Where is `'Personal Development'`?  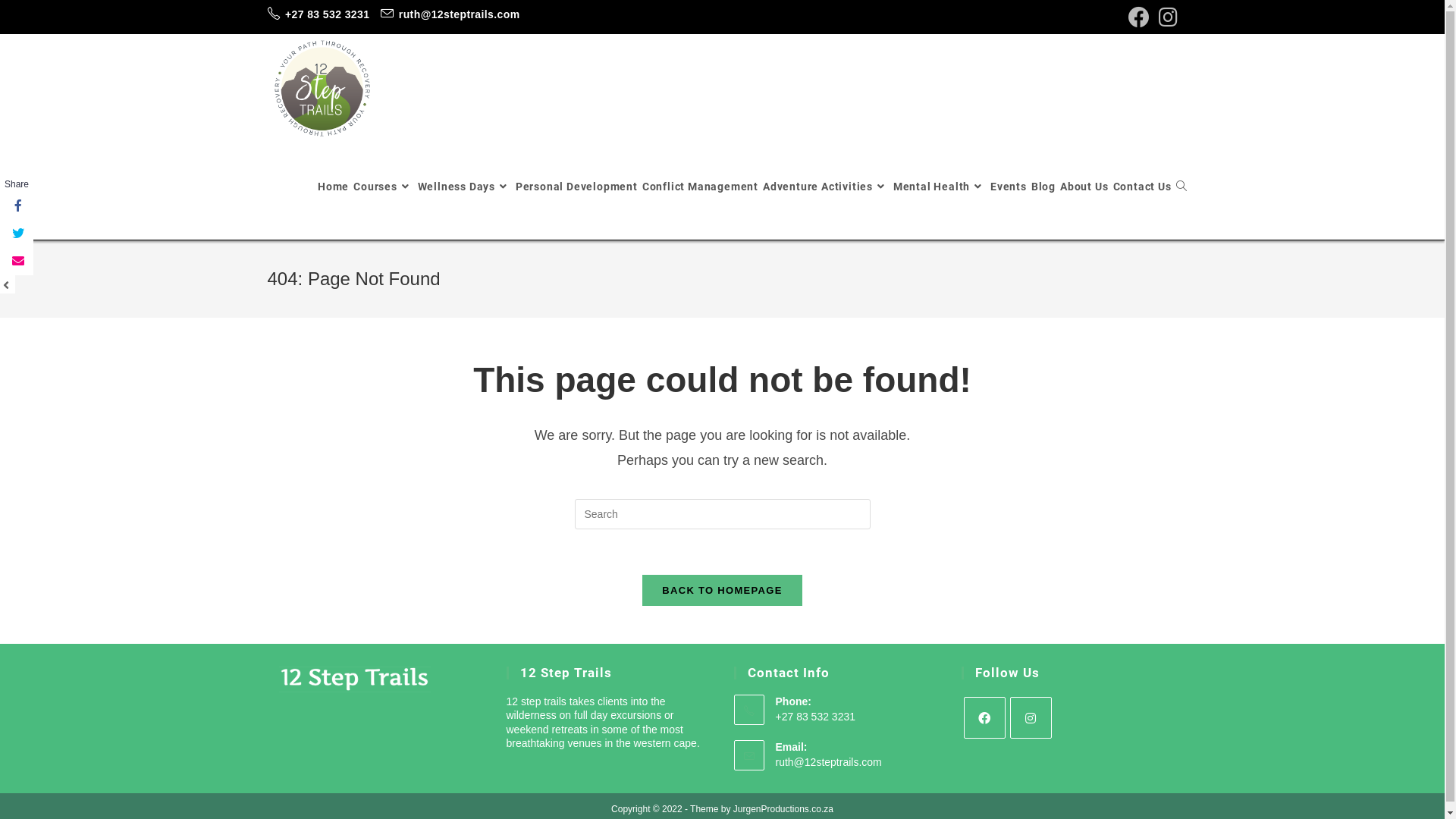 'Personal Development' is located at coordinates (576, 186).